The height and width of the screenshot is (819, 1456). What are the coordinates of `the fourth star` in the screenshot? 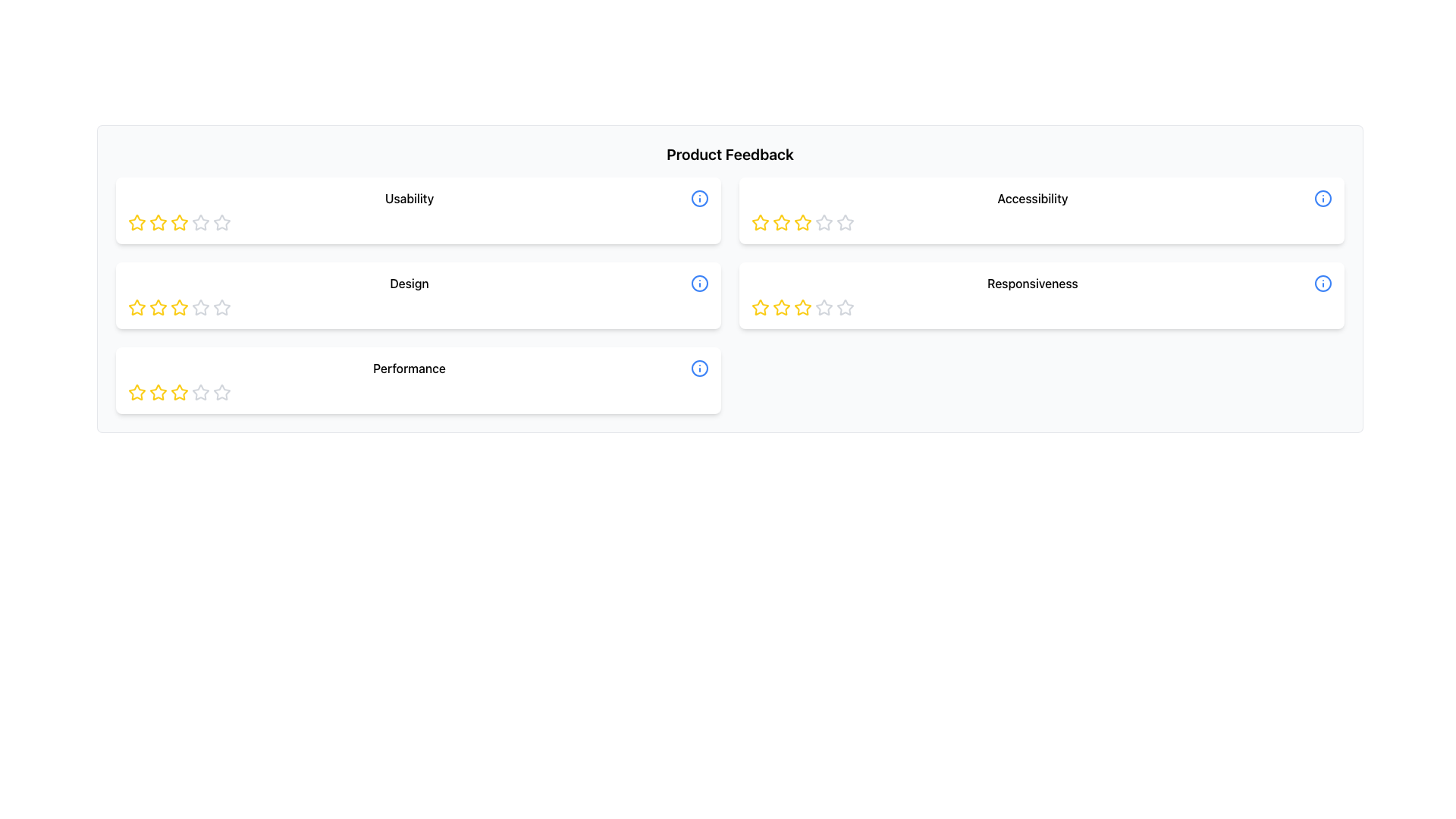 It's located at (822, 222).